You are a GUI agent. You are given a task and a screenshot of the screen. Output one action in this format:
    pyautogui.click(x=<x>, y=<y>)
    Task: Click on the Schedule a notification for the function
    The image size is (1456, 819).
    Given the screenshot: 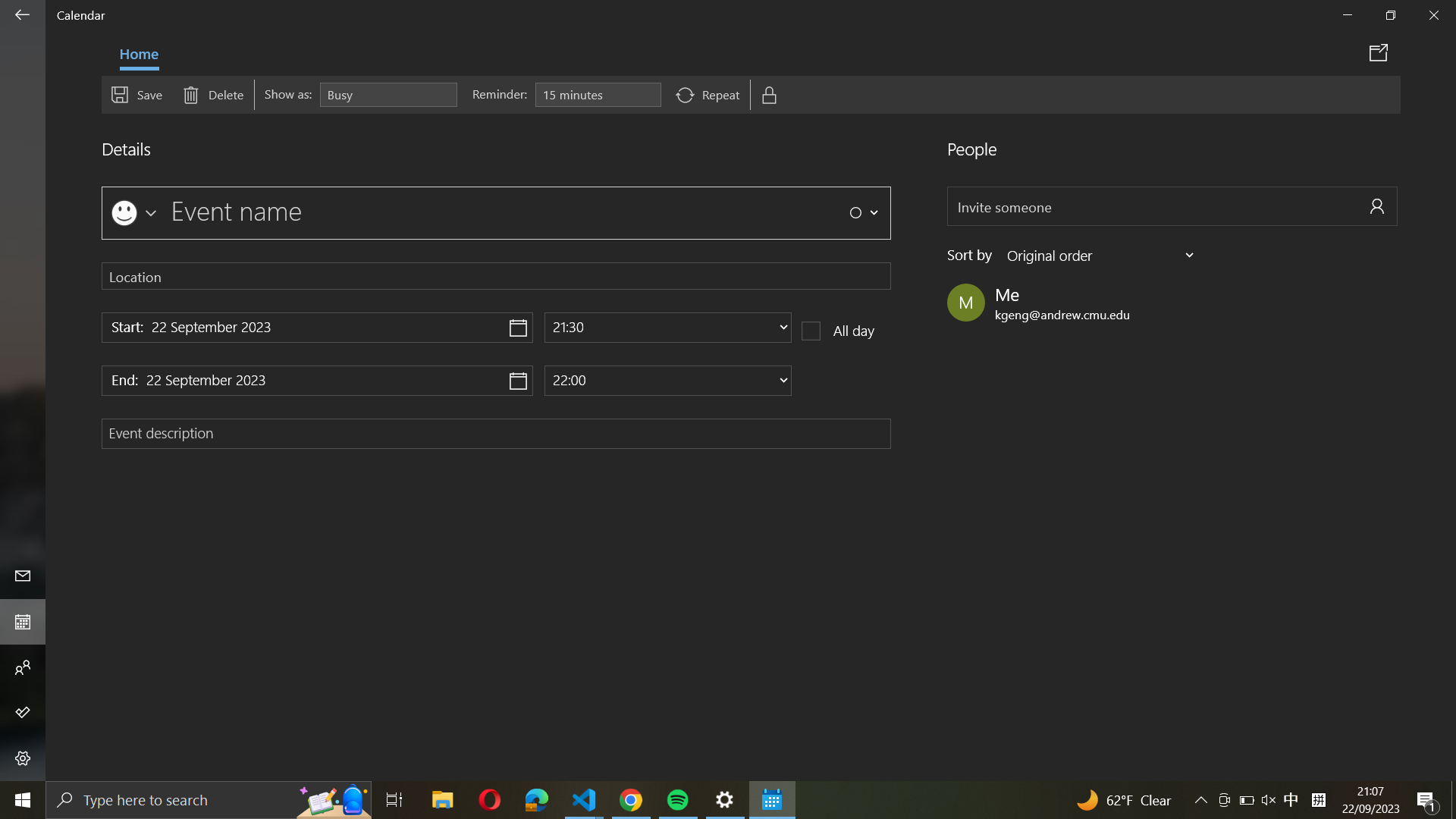 What is the action you would take?
    pyautogui.click(x=597, y=95)
    